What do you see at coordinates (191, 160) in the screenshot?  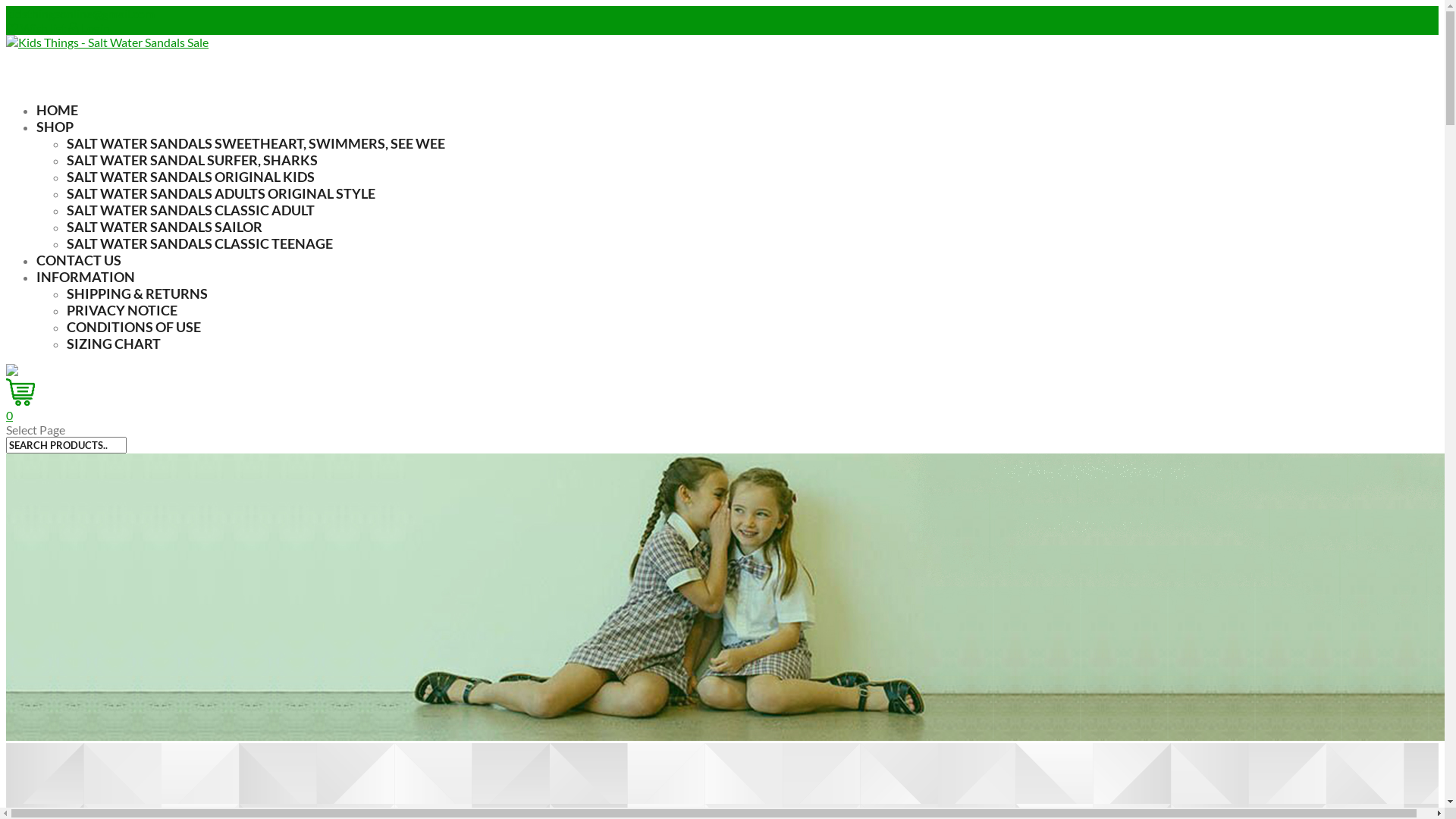 I see `'SALT WATER SANDAL SURFER, SHARKS'` at bounding box center [191, 160].